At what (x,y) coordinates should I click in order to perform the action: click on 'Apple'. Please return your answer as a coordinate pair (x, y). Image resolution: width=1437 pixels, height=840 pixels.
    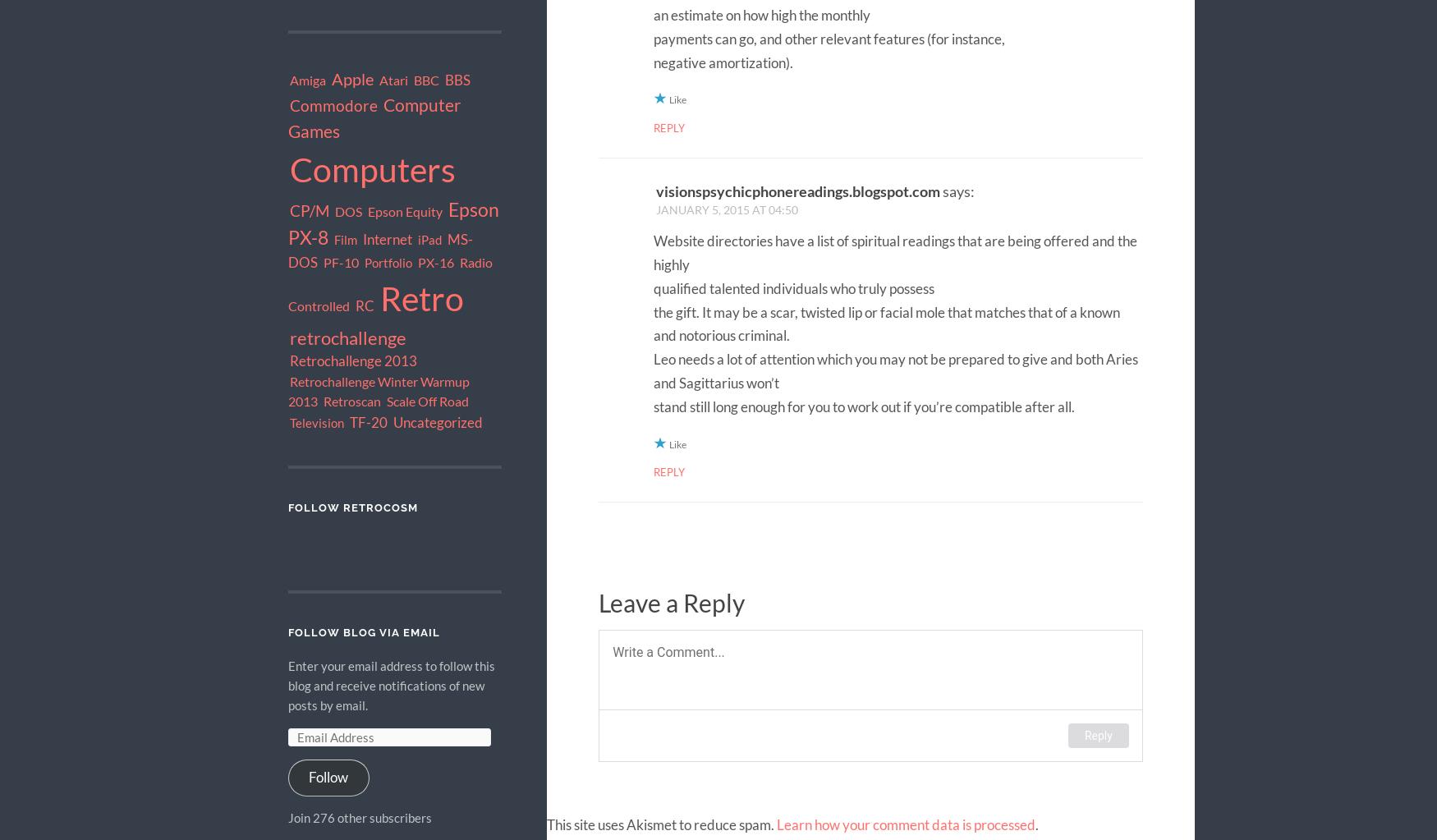
    Looking at the image, I should click on (351, 78).